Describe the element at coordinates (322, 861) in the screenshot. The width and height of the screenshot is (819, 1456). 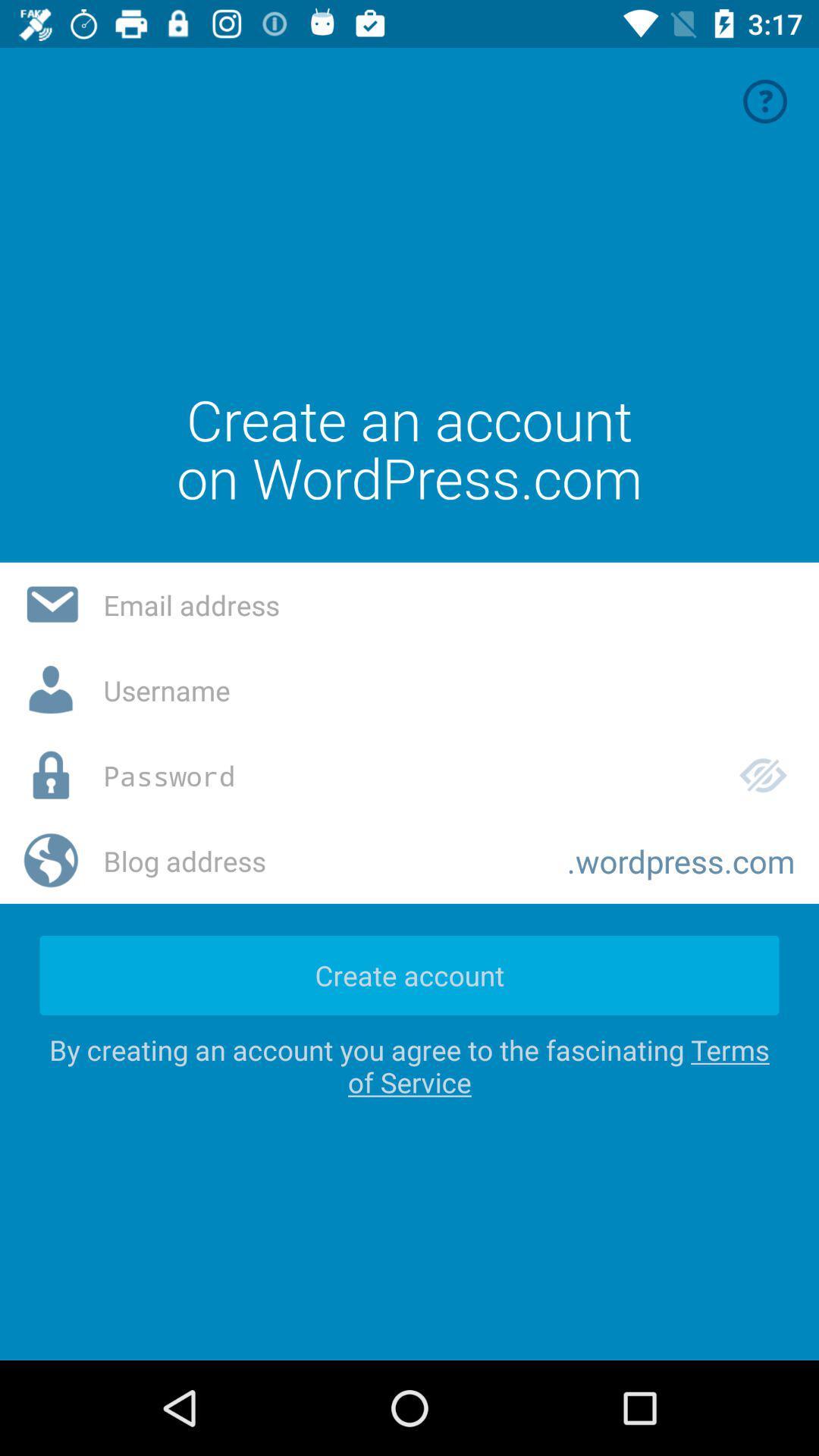
I see `item next to .wordpress.com` at that location.